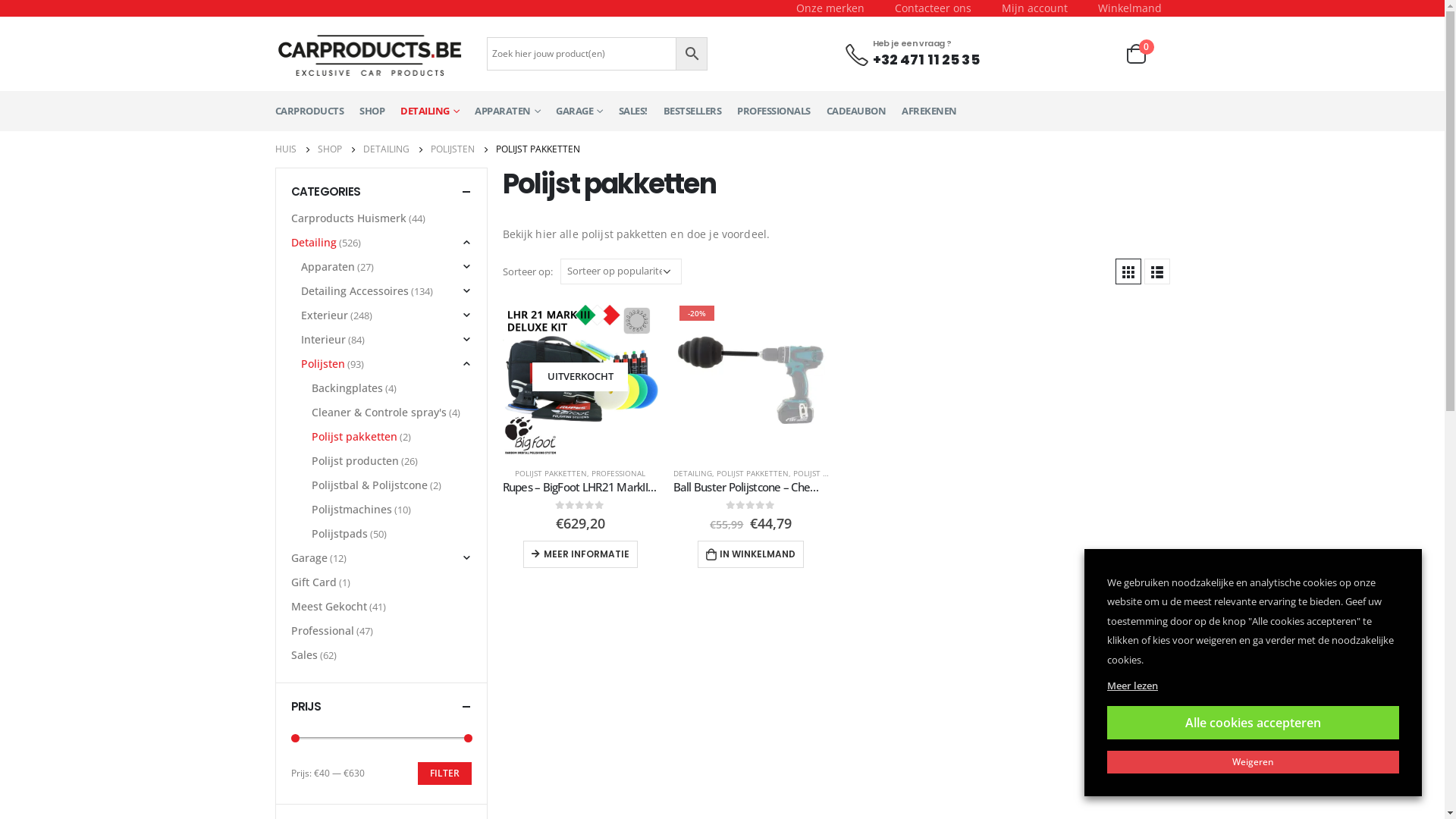 This screenshot has width=1456, height=819. Describe the element at coordinates (378, 412) in the screenshot. I see `'Cleaner & Controle spray's'` at that location.